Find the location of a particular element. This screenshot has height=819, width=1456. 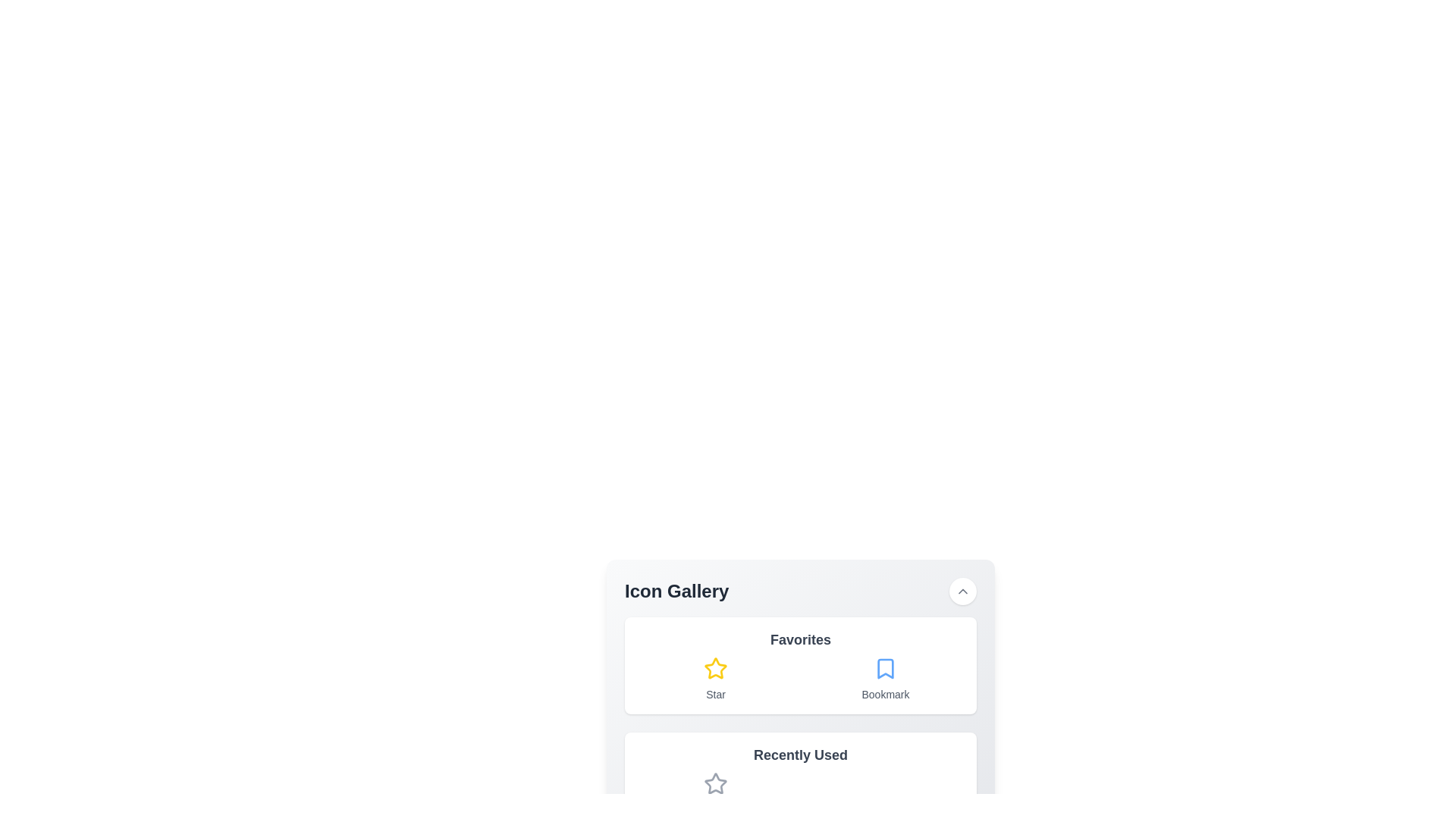

the star-shaped icon with a gray outlined style located in the 'Recently Used' group, positioned above the 'Star Empty' label is located at coordinates (715, 783).